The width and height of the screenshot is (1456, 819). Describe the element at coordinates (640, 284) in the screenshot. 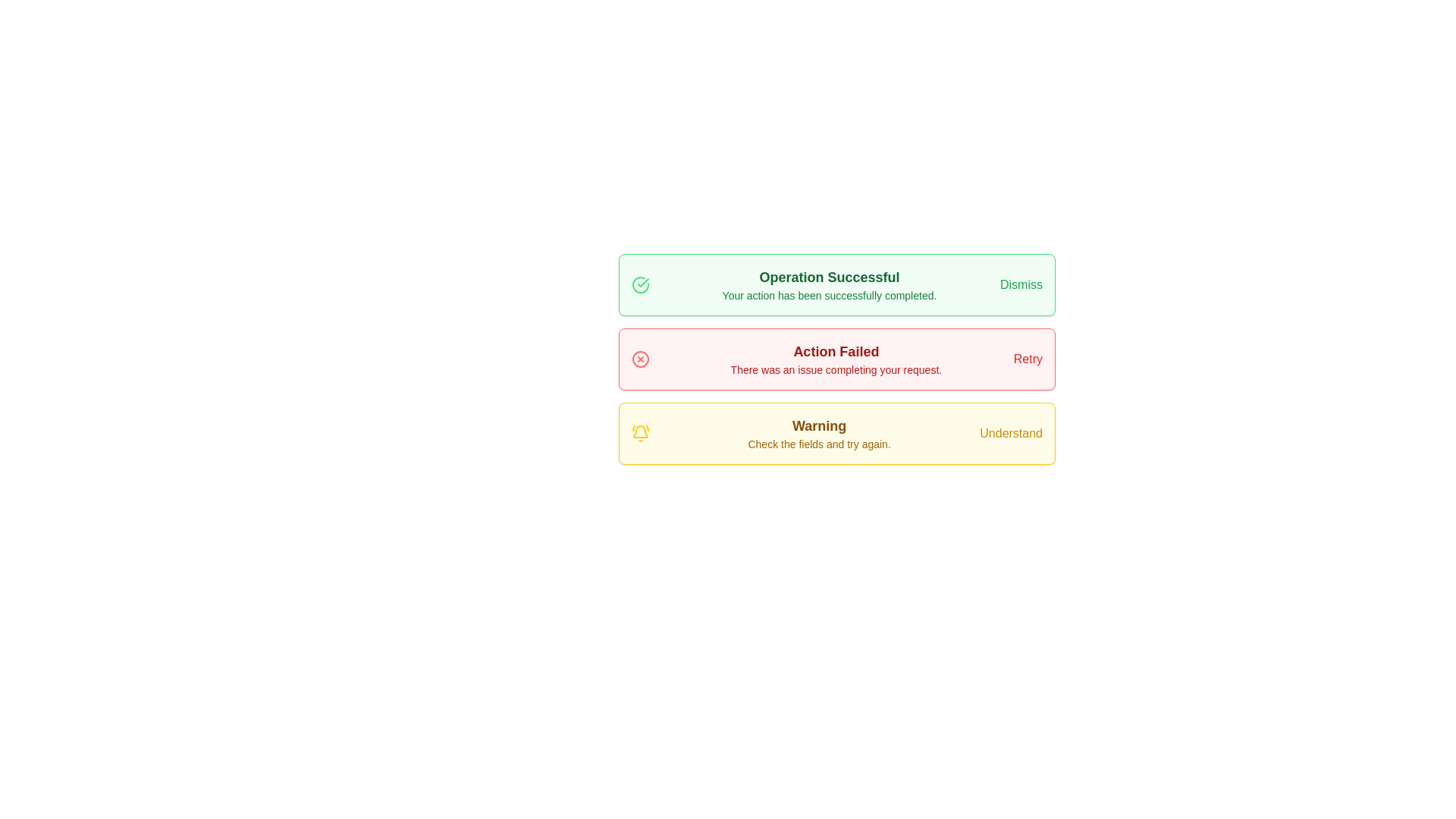

I see `the success indicator icon located in the topmost green banner labeled 'Operation Successful', which is positioned to the left of the text and button` at that location.